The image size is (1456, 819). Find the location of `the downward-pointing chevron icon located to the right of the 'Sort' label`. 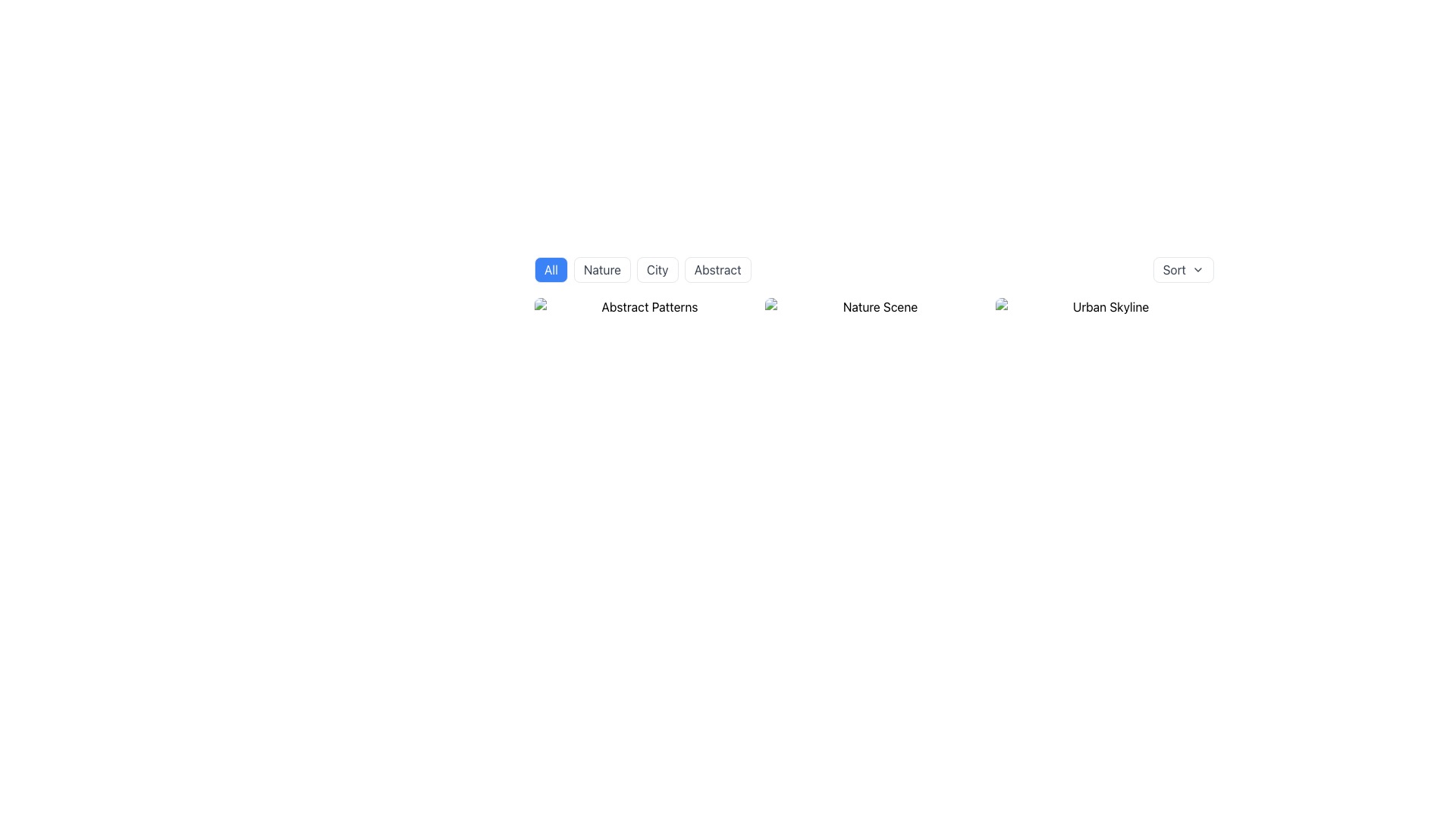

the downward-pointing chevron icon located to the right of the 'Sort' label is located at coordinates (1197, 268).